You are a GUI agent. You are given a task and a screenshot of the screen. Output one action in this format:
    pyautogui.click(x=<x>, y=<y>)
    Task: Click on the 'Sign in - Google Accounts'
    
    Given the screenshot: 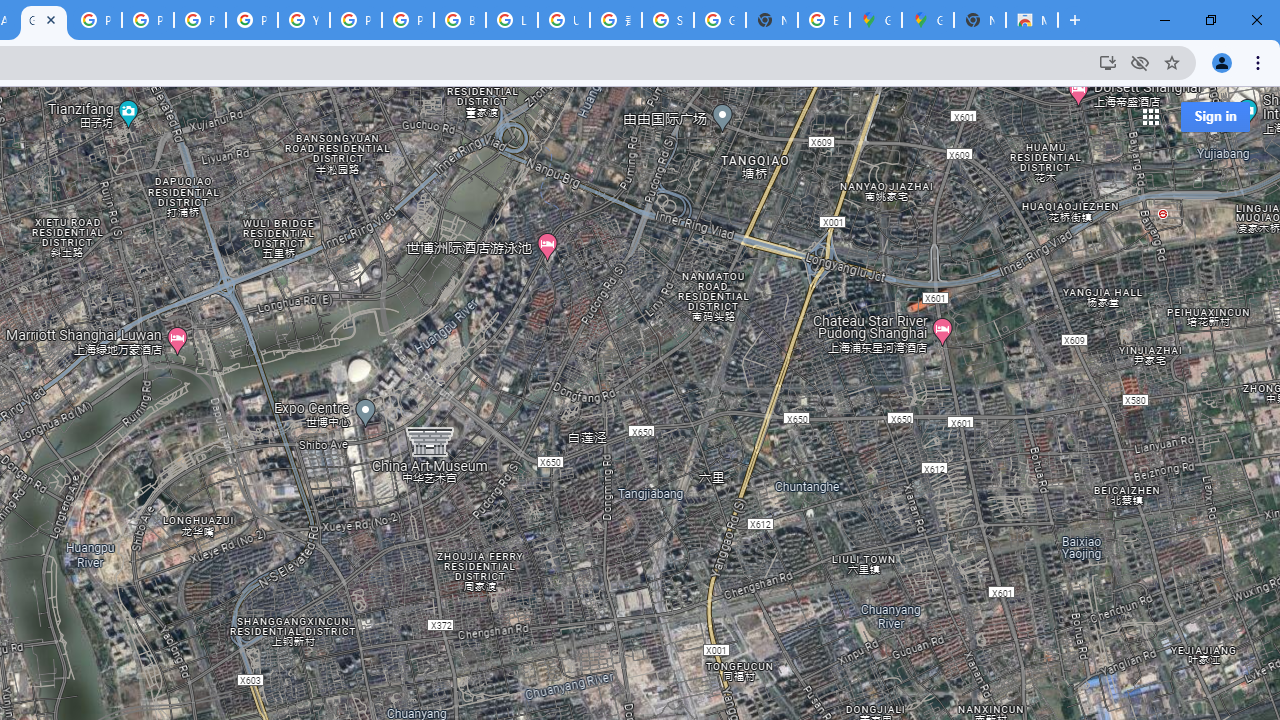 What is the action you would take?
    pyautogui.click(x=668, y=20)
    